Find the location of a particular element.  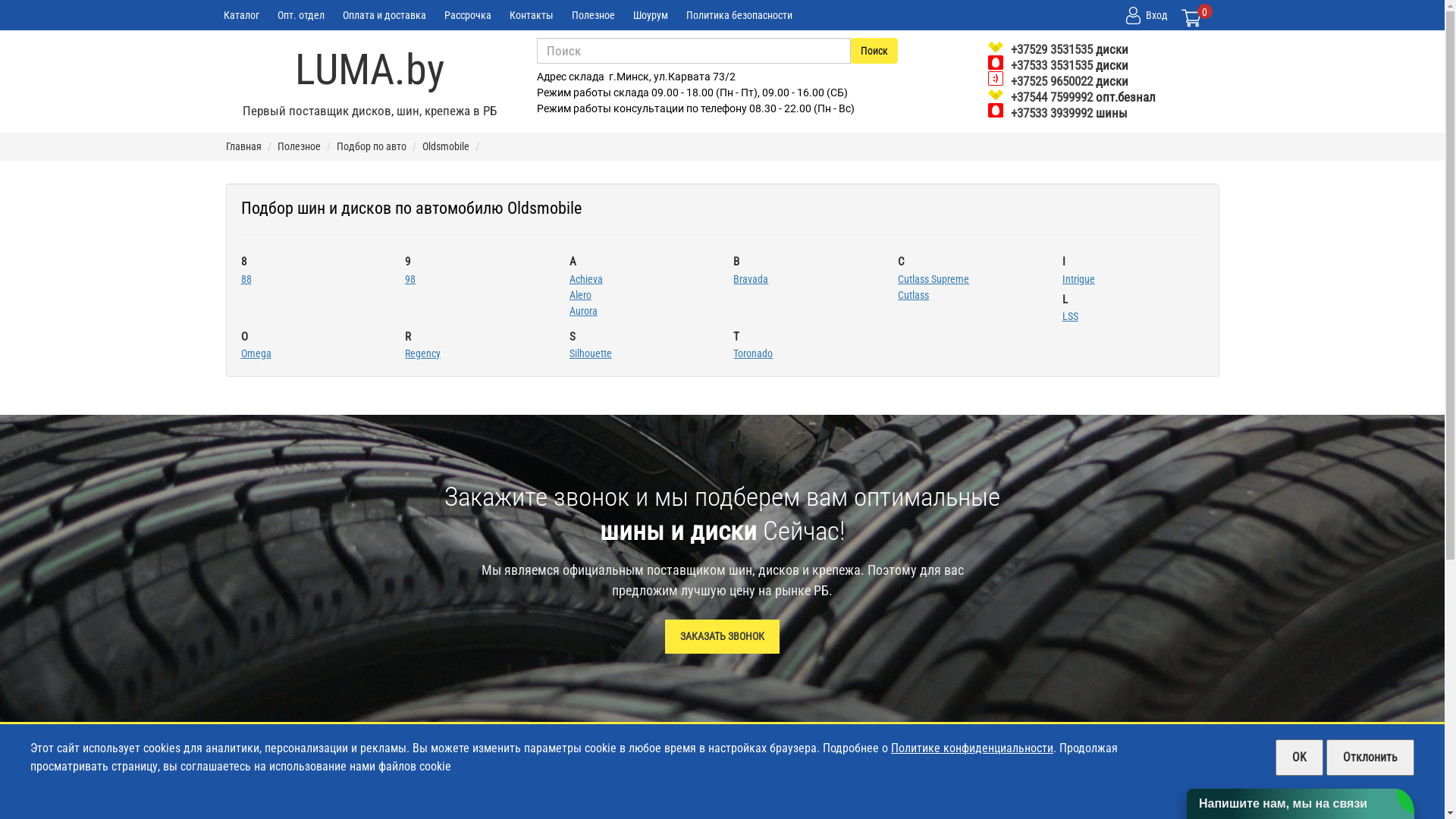

'Toronado' is located at coordinates (733, 353).